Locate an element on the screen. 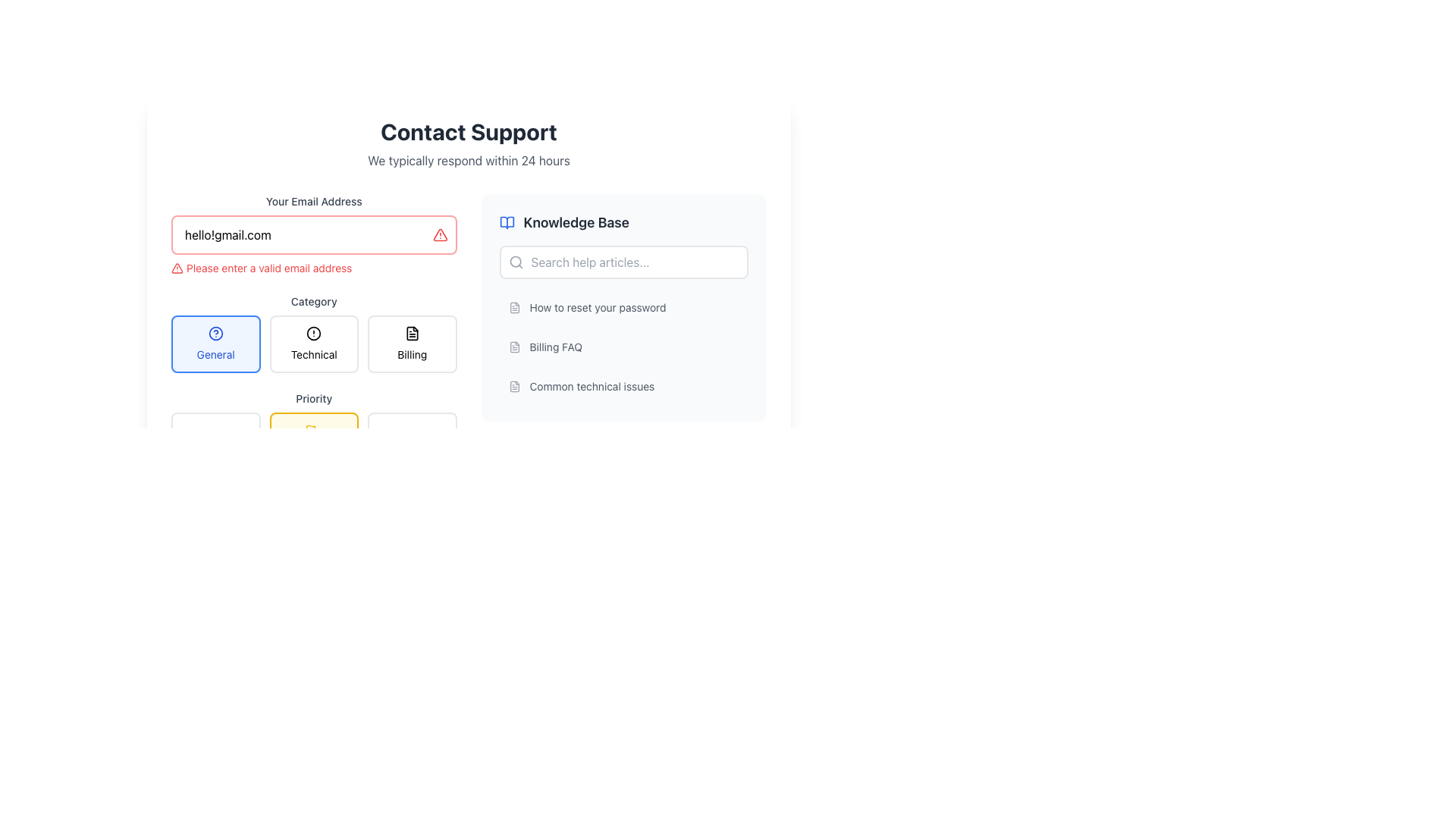 This screenshot has width=1456, height=819. the 'Billing FAQ' button, which is the second item in the list of help topics within the 'Knowledge Base' section is located at coordinates (623, 347).